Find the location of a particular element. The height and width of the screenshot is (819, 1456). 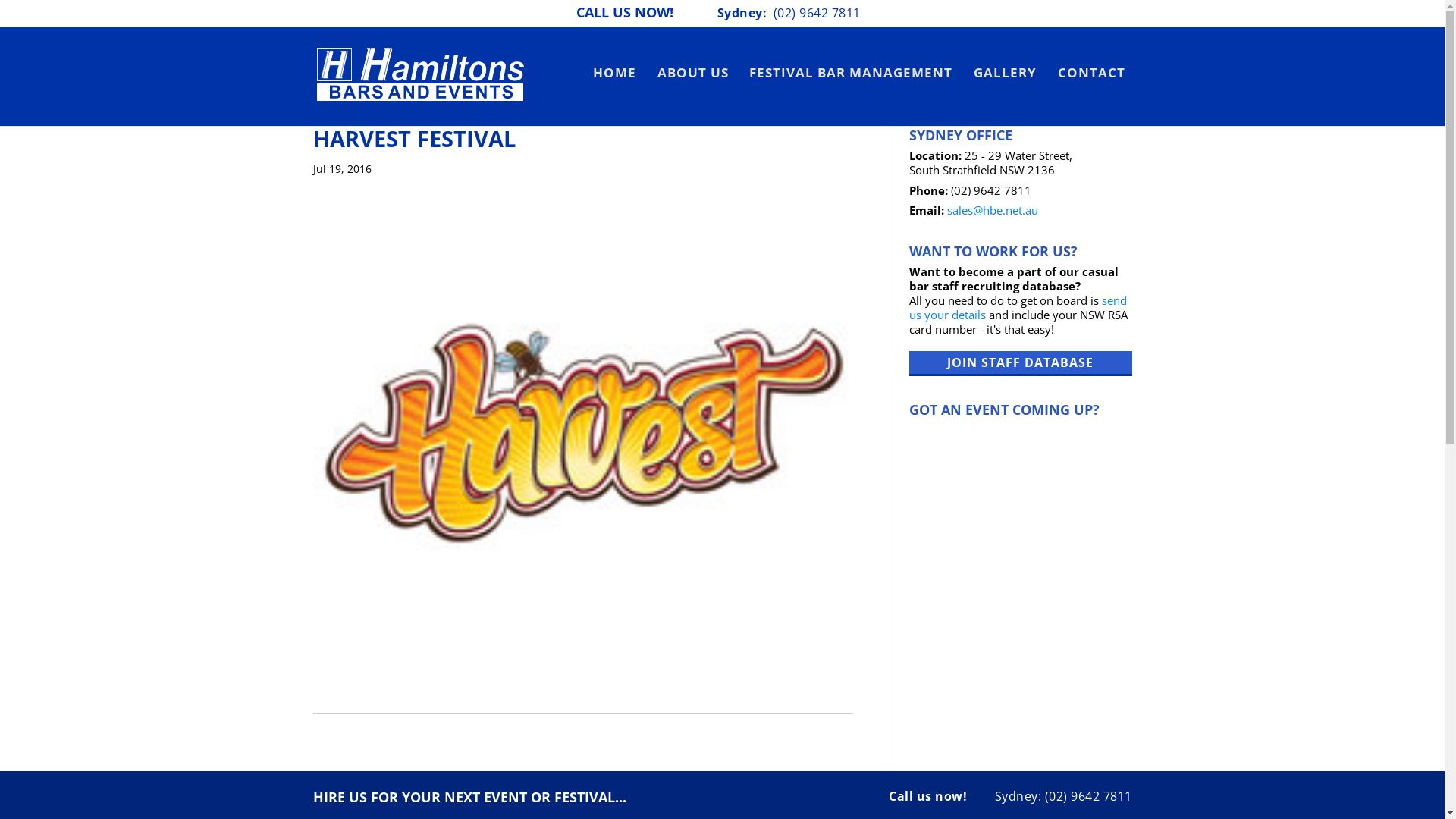

'(02) 9642 7811' is located at coordinates (816, 12).